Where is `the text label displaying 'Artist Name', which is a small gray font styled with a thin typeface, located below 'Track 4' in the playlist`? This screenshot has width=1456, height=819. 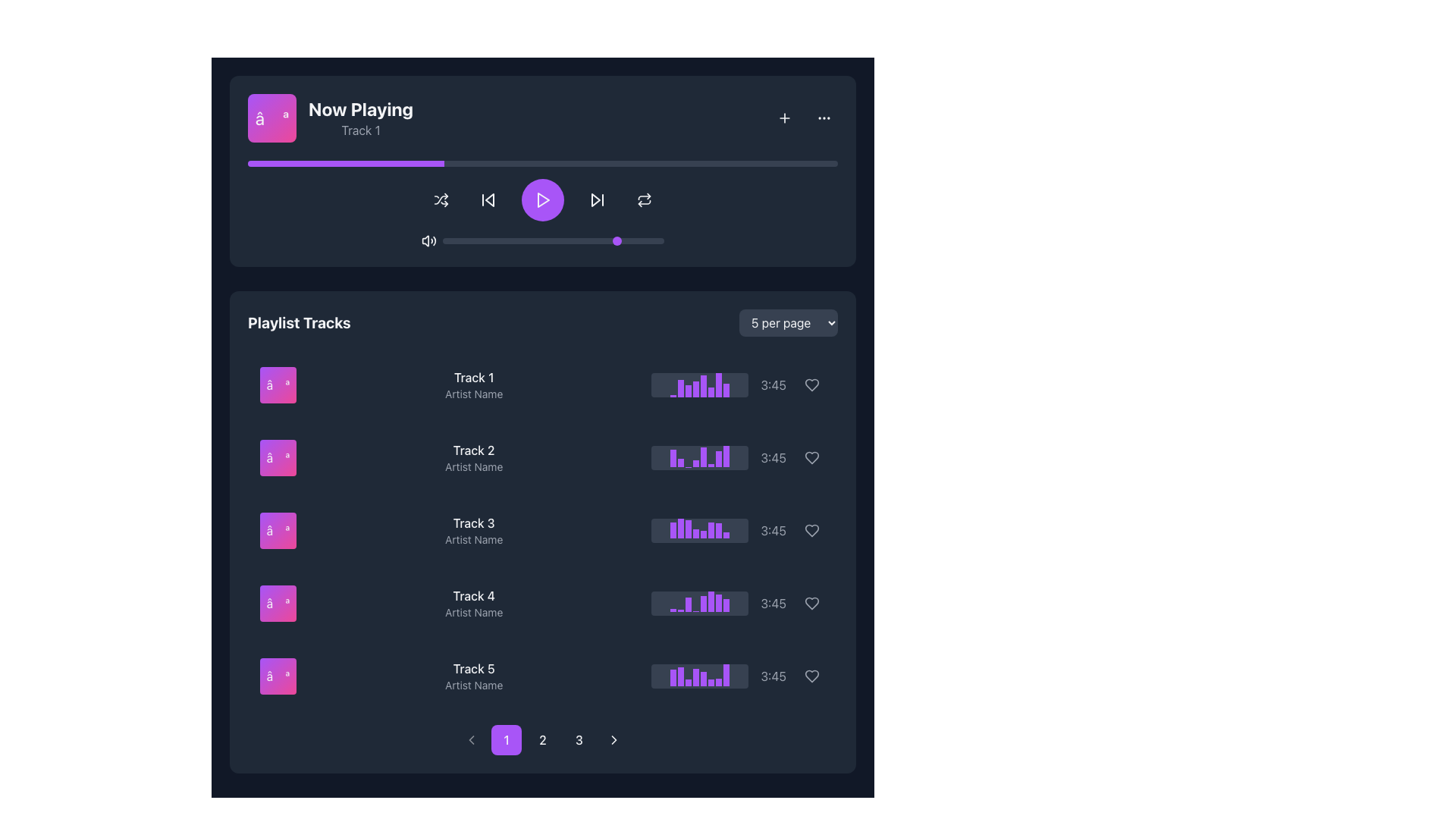
the text label displaying 'Artist Name', which is a small gray font styled with a thin typeface, located below 'Track 4' in the playlist is located at coordinates (473, 611).